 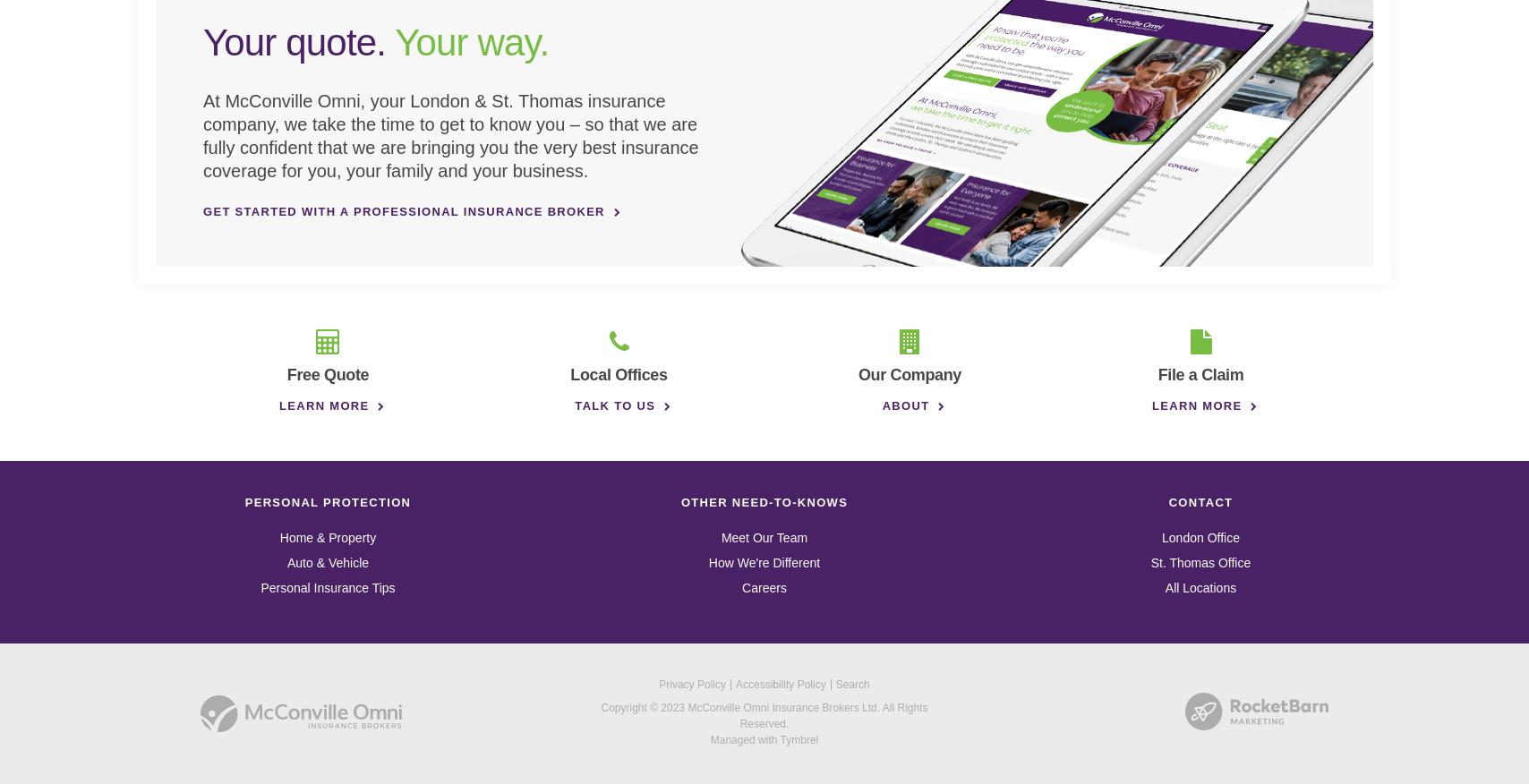 What do you see at coordinates (692, 683) in the screenshot?
I see `'Privacy Policy'` at bounding box center [692, 683].